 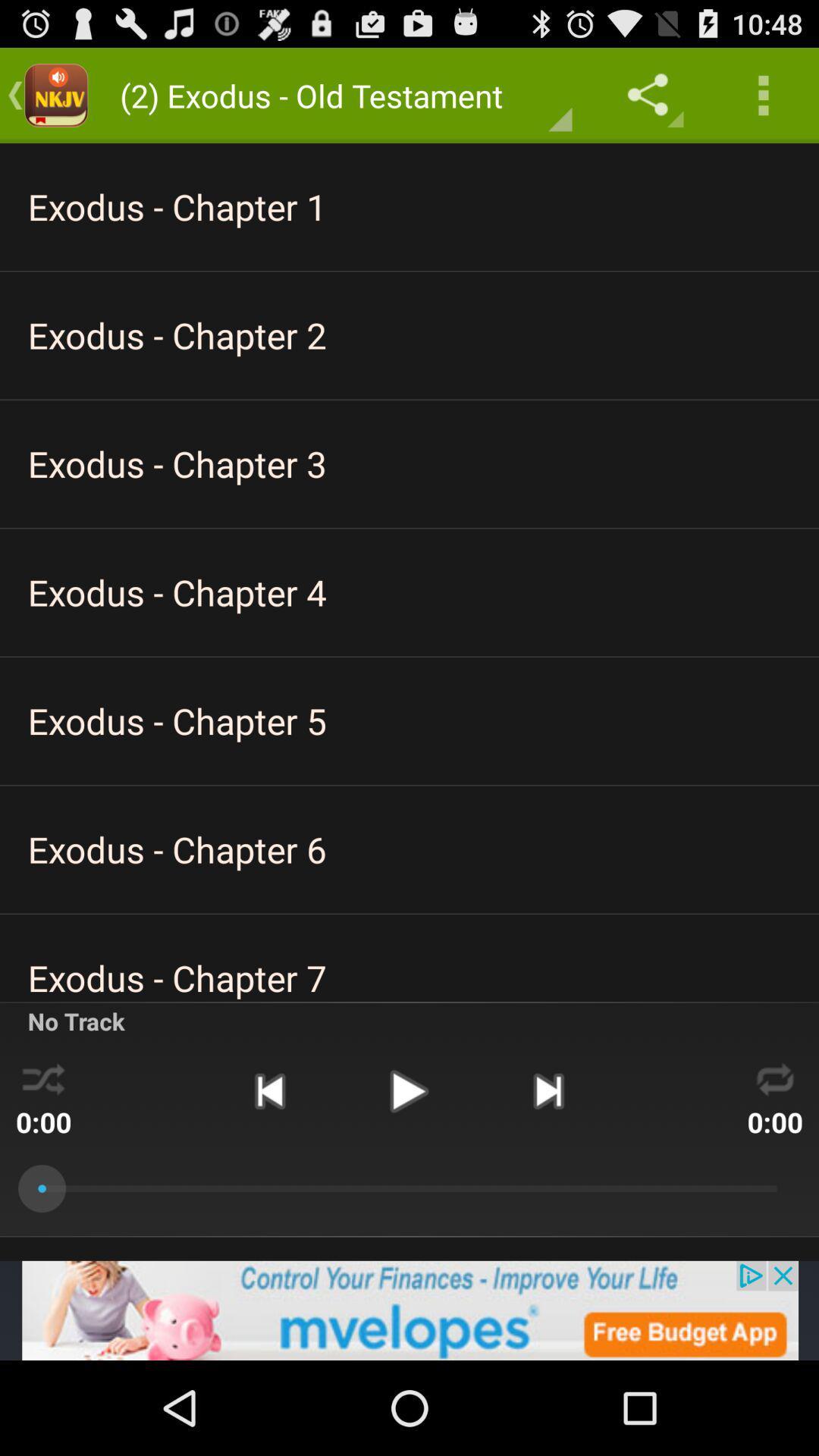 I want to click on the skip_next icon, so click(x=548, y=1166).